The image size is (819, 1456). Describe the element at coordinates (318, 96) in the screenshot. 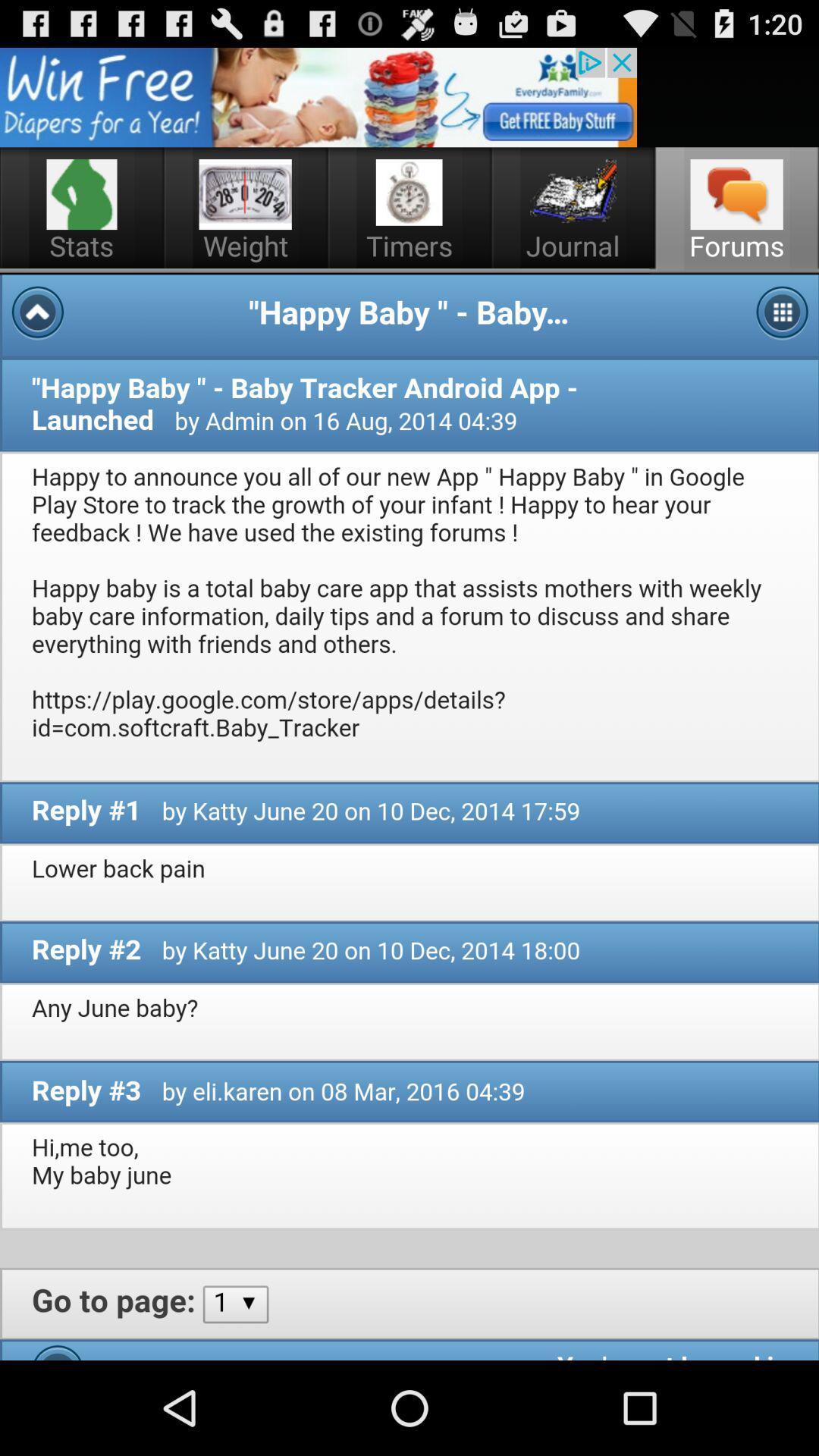

I see `share article` at that location.